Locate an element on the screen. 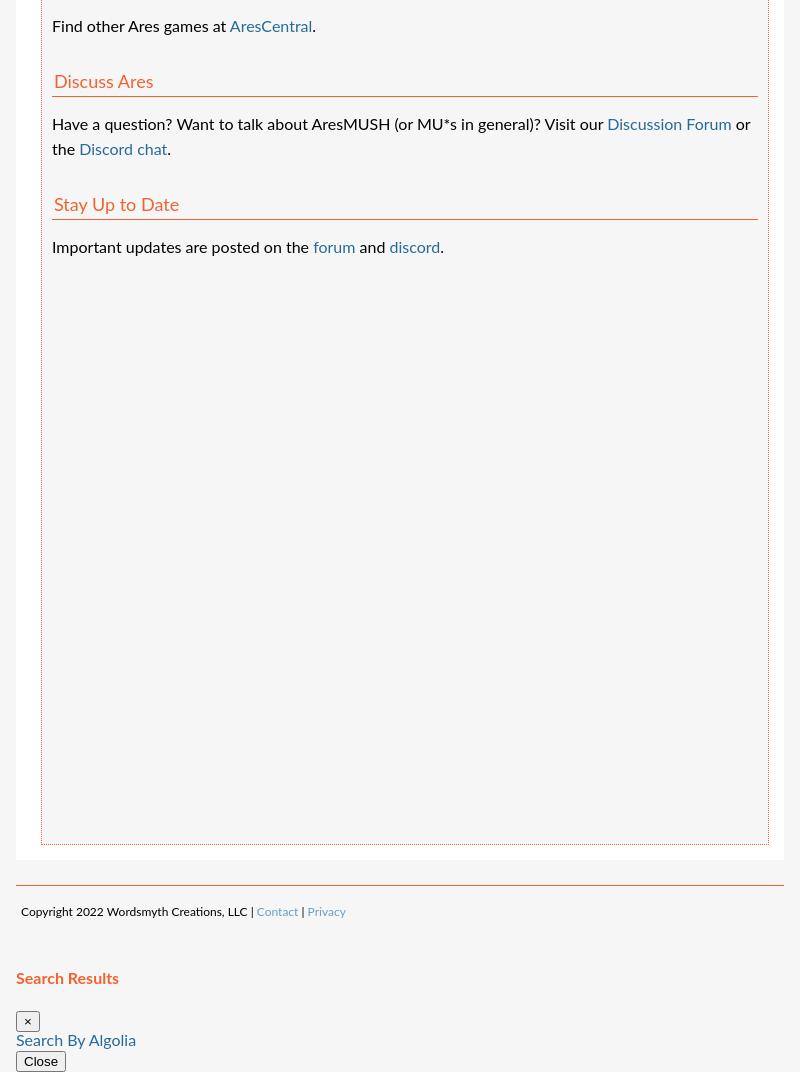 This screenshot has height=1072, width=800. 'Have a question?  Want to talk about AresMUSH (or MU*s in general)?  Visit our' is located at coordinates (328, 124).